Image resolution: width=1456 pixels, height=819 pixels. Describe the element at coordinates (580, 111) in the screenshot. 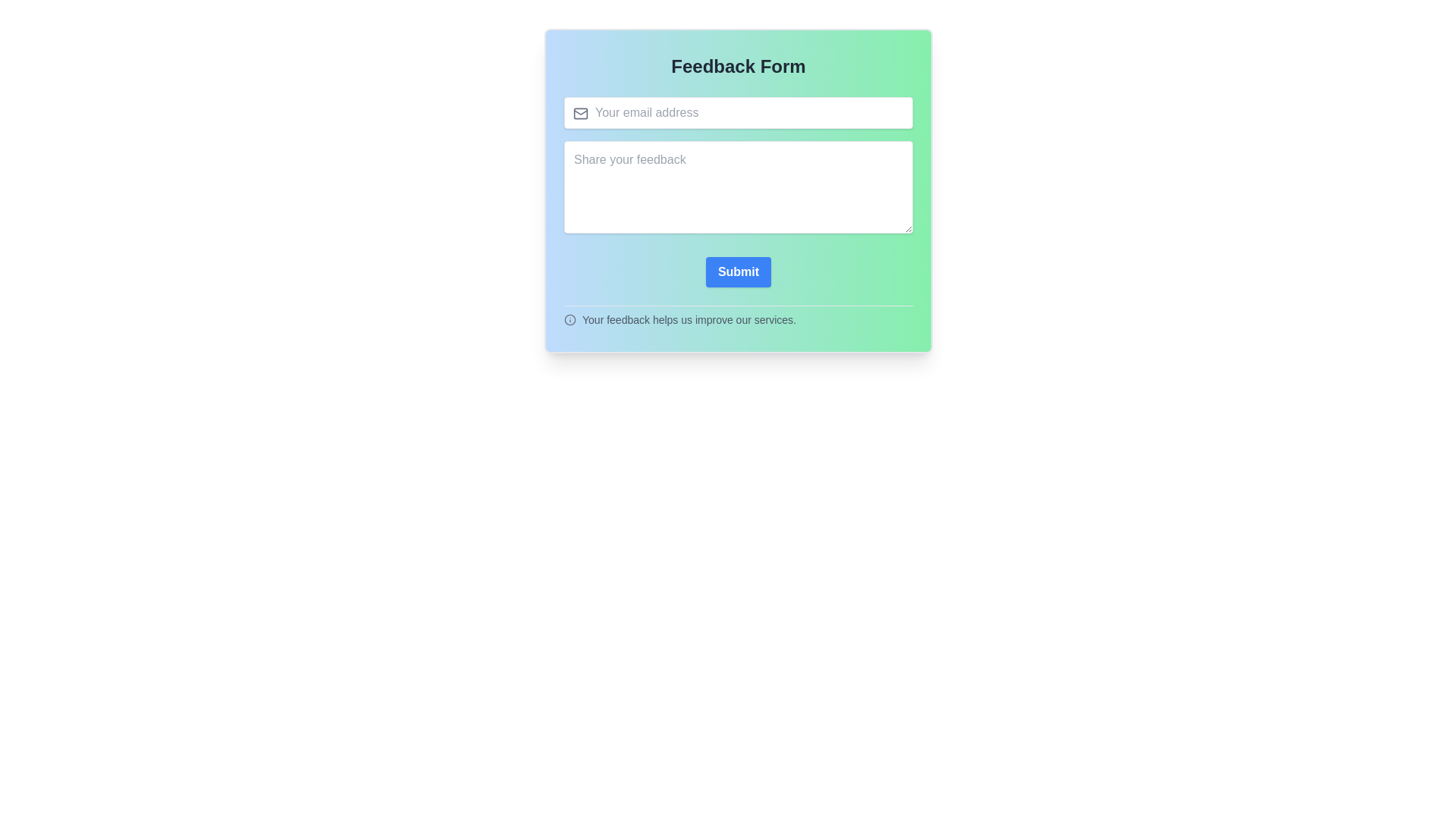

I see `the envelope icon SVG graphic located in the upper-left corner of the email input field in the Feedback Form interface` at that location.